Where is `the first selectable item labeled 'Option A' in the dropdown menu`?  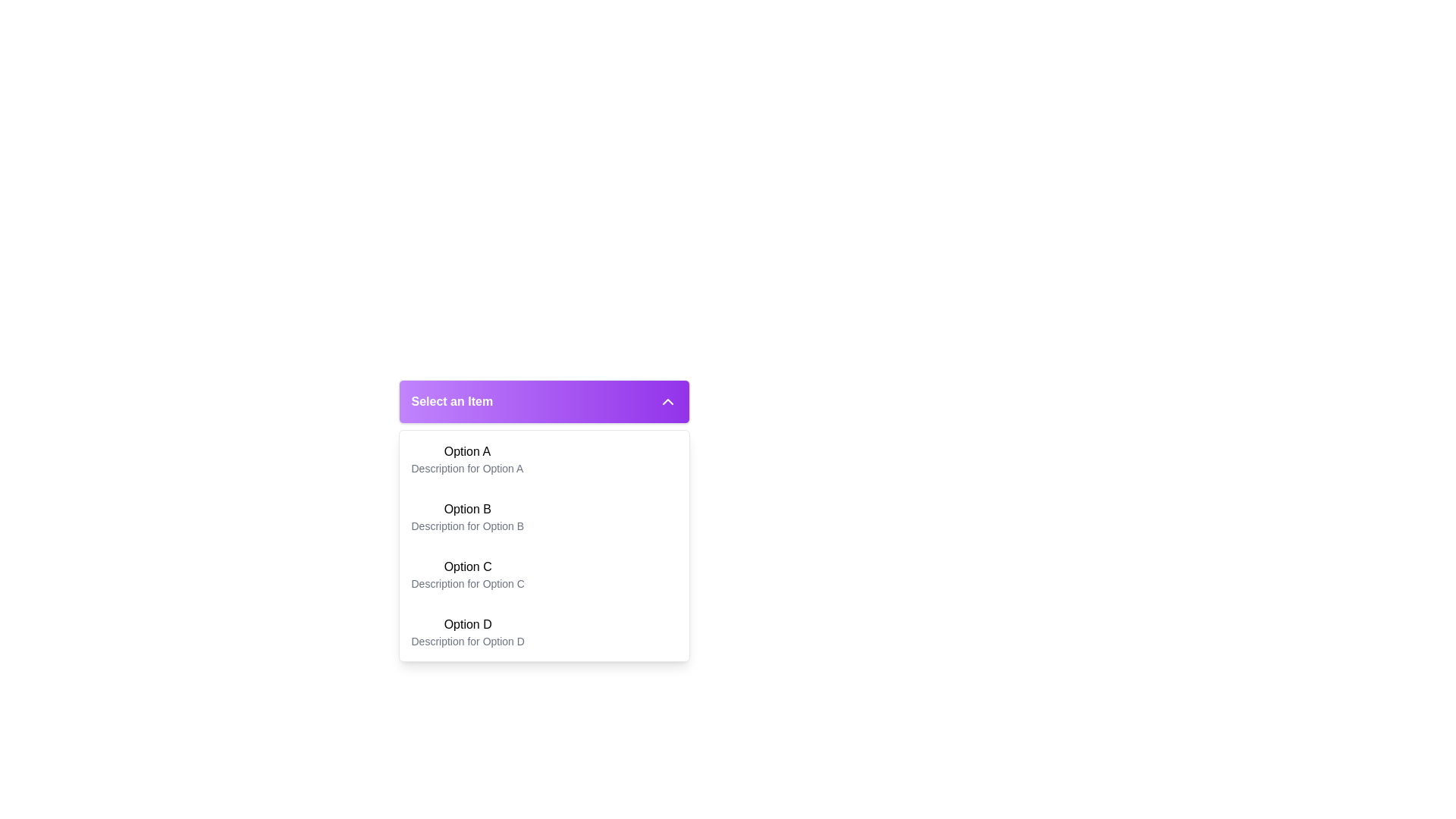
the first selectable item labeled 'Option A' in the dropdown menu is located at coordinates (466, 458).